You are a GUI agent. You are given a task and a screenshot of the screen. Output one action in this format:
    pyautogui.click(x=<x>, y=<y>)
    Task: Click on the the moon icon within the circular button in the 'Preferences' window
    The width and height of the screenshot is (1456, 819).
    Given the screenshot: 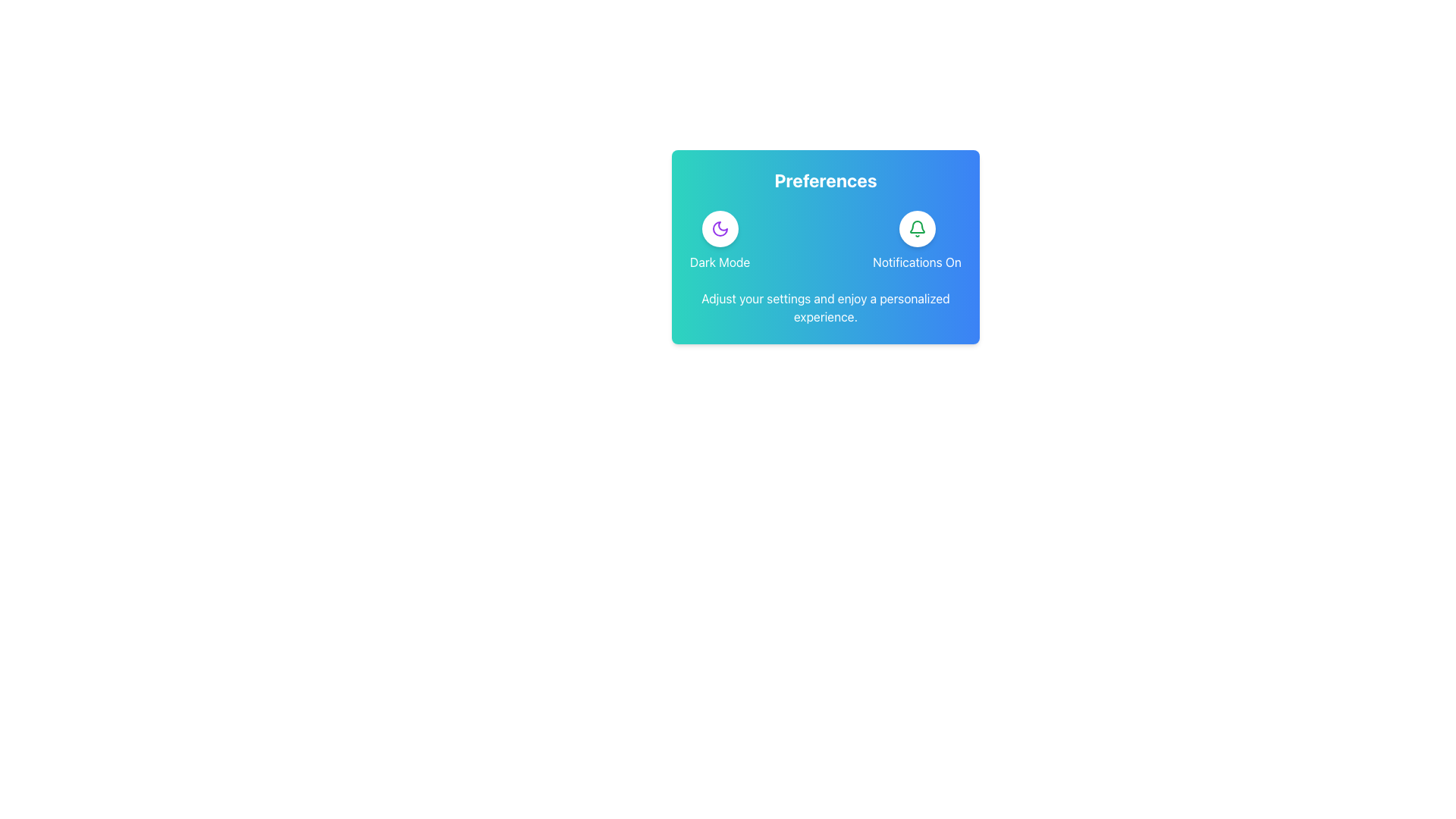 What is the action you would take?
    pyautogui.click(x=719, y=228)
    